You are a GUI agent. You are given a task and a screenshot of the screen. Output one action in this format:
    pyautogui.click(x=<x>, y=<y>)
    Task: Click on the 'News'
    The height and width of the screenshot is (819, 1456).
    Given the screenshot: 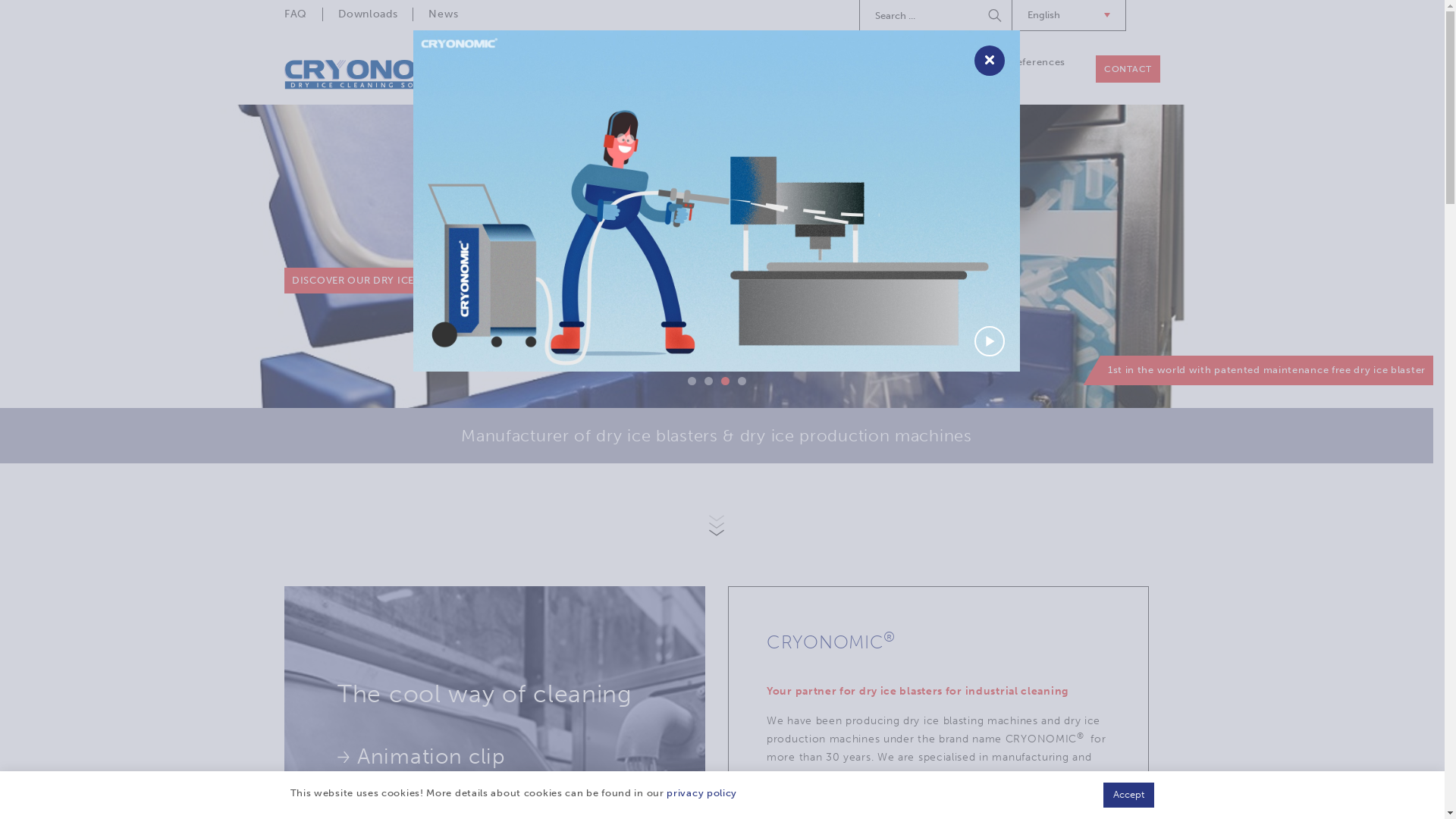 What is the action you would take?
    pyautogui.click(x=442, y=14)
    